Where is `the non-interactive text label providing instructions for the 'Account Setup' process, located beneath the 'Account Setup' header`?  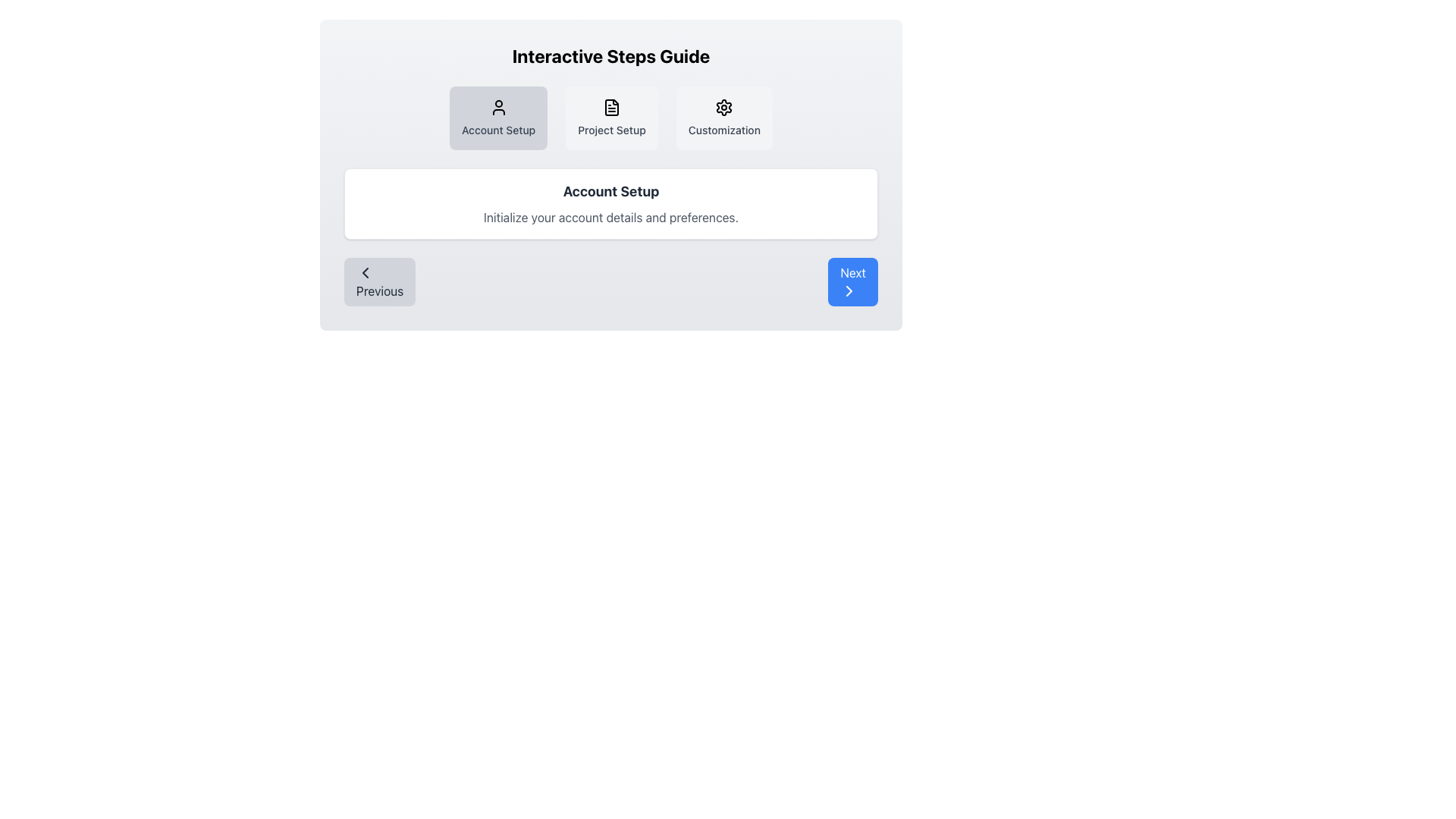
the non-interactive text label providing instructions for the 'Account Setup' process, located beneath the 'Account Setup' header is located at coordinates (611, 217).